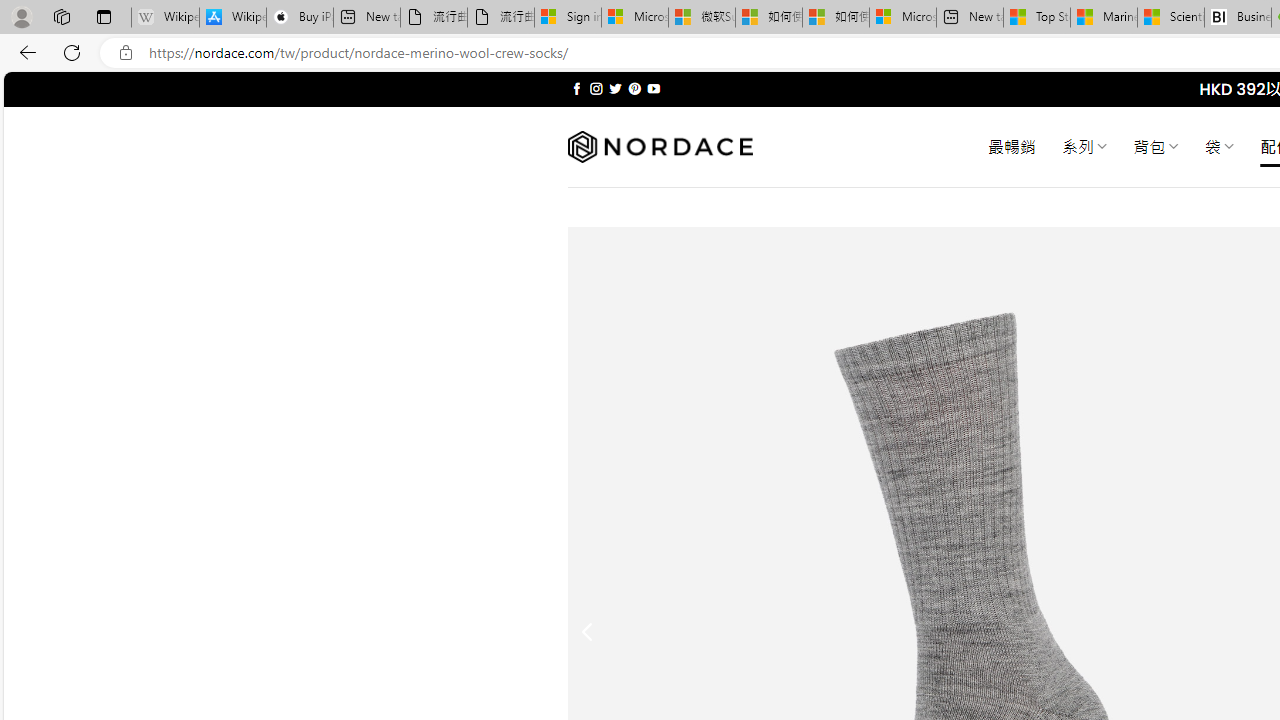  I want to click on 'Follow on YouTube', so click(653, 88).